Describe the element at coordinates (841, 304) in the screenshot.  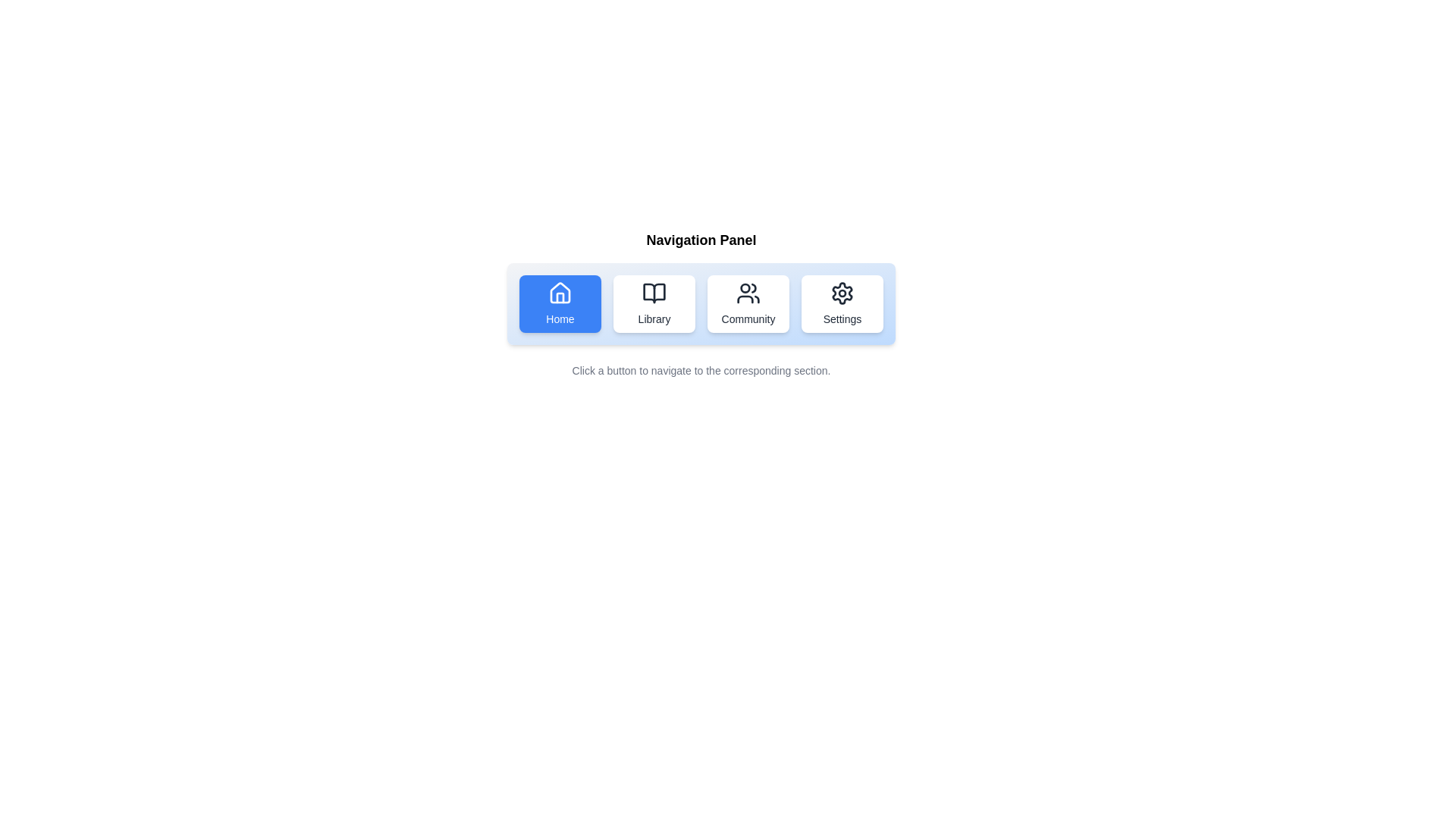
I see `the interactive navigation button for settings, located at the fourth position in the navigation panel, to change its appearance` at that location.